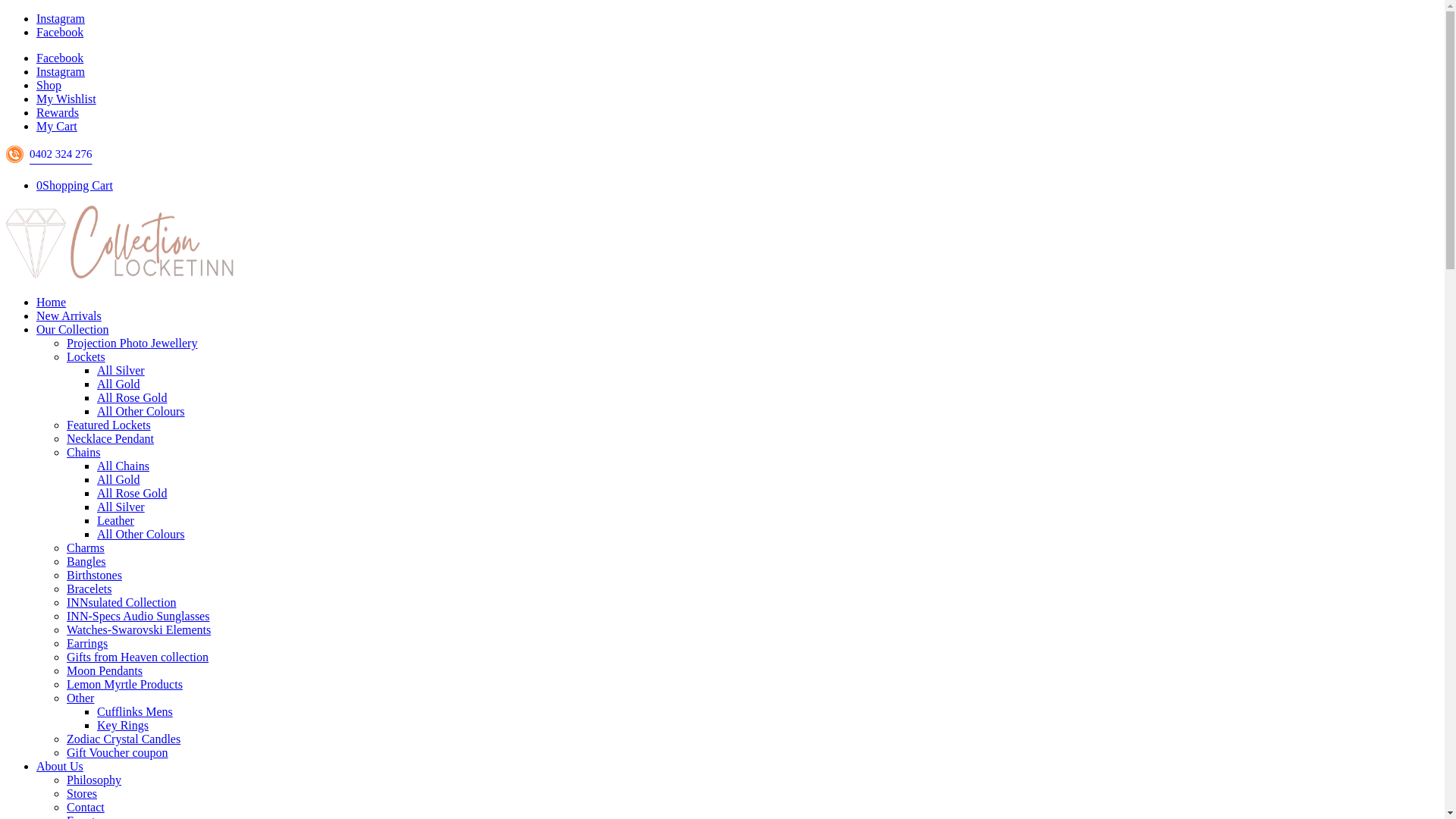 This screenshot has width=1456, height=819. I want to click on 'Contact', so click(85, 806).